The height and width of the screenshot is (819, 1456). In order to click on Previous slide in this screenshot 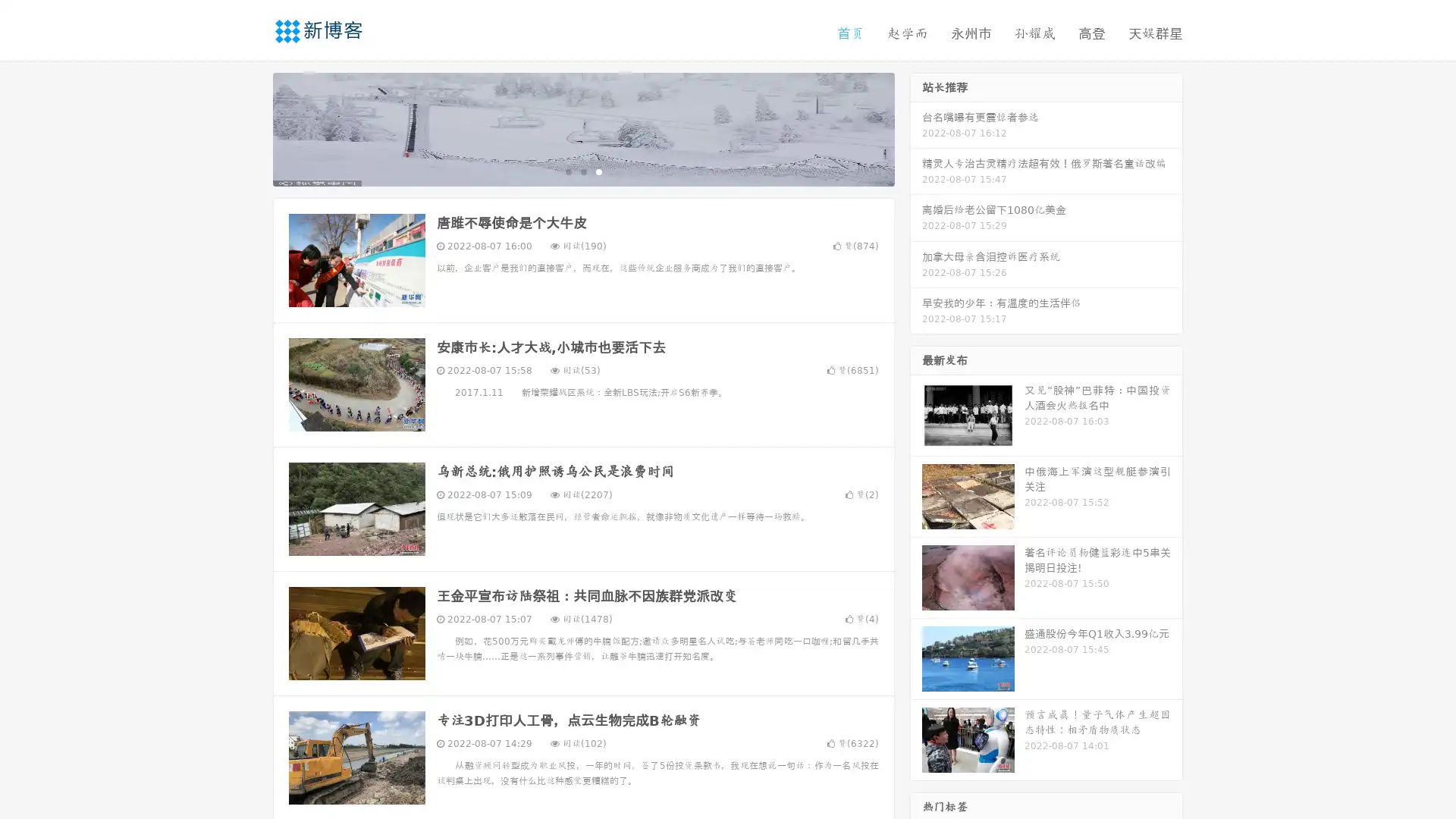, I will do `click(250, 127)`.